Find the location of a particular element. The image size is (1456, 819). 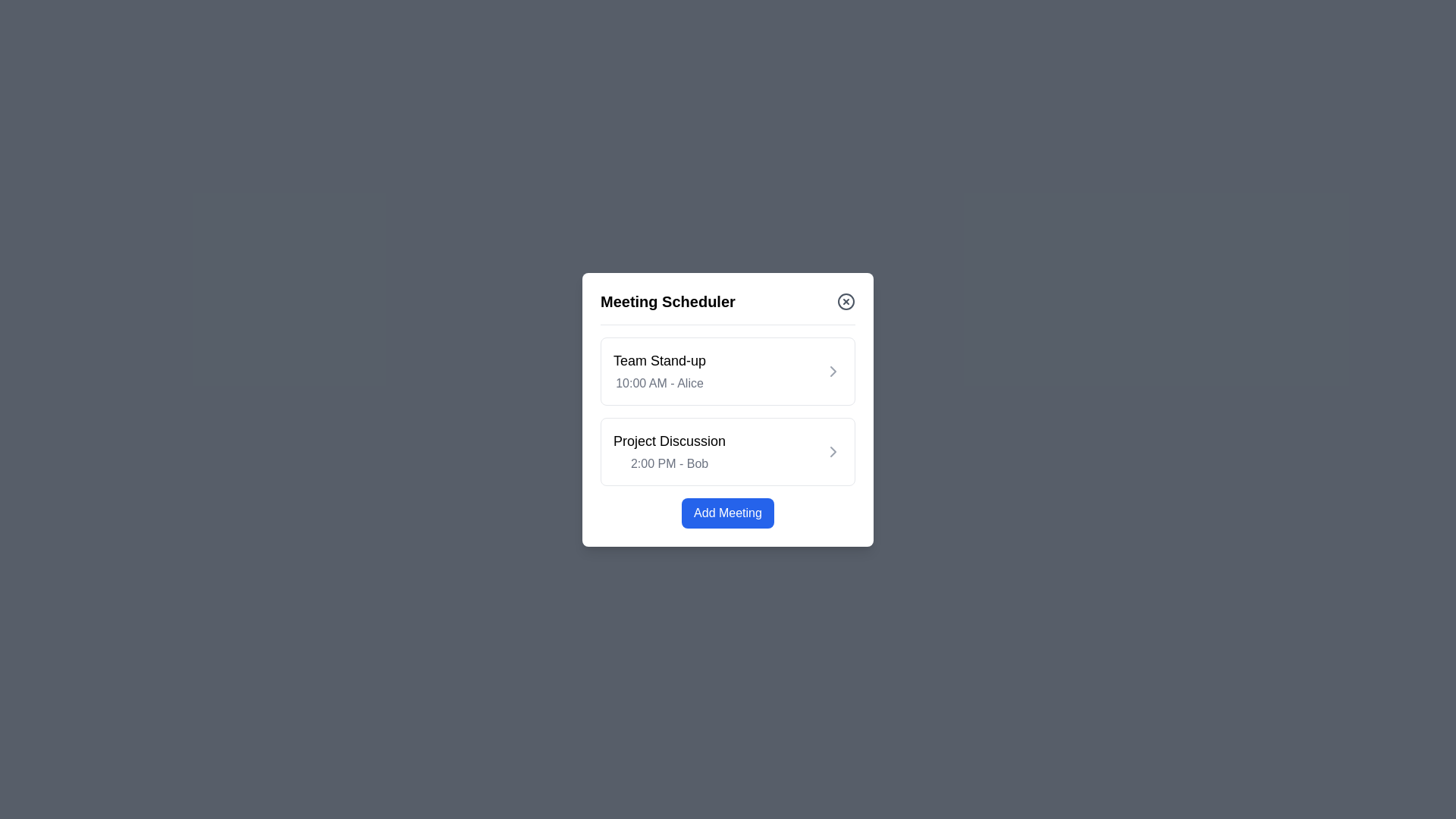

the text label that serves as the title or header for a meeting item, which is the second item in the list on the main interface is located at coordinates (669, 441).